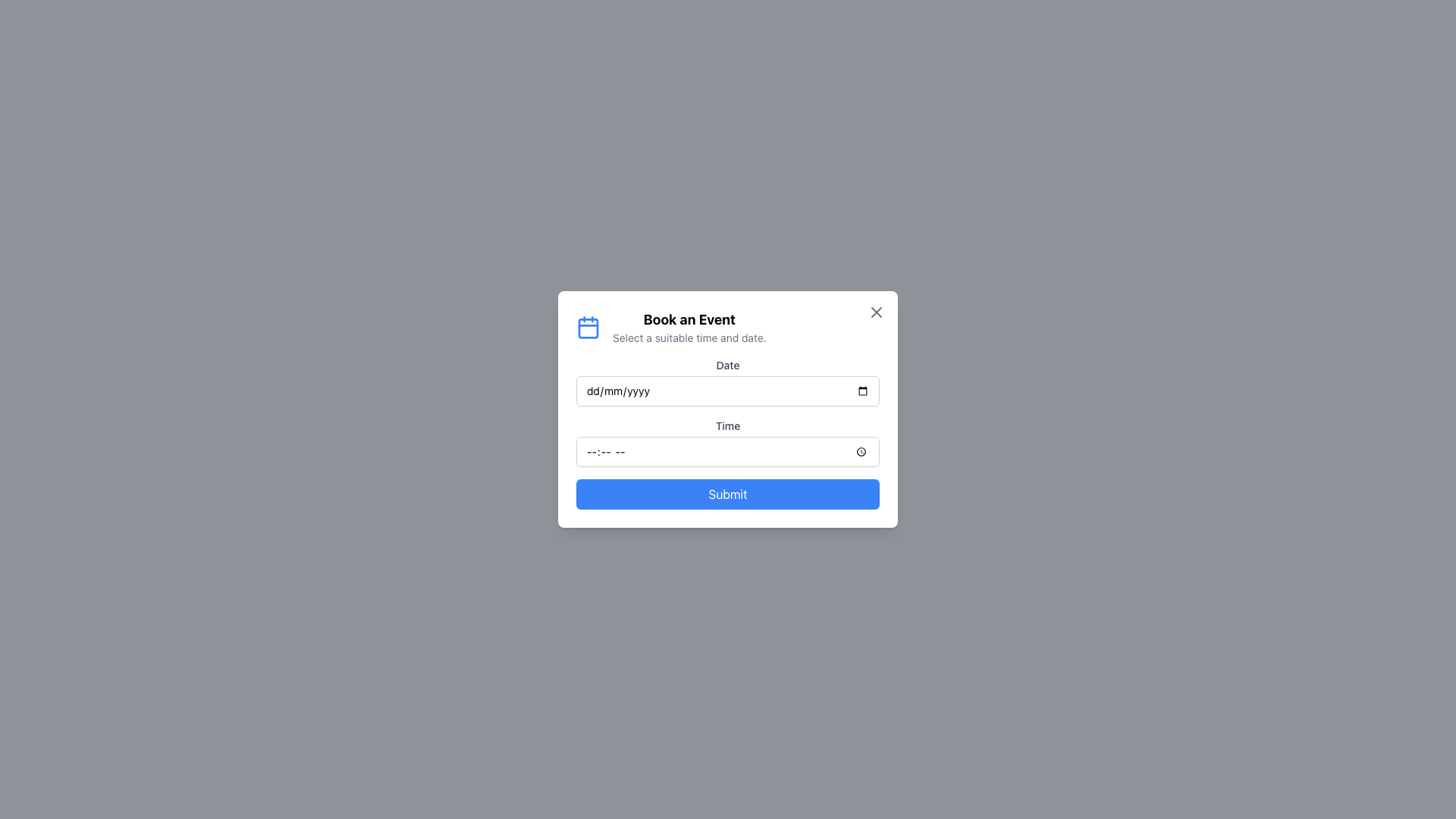  What do you see at coordinates (728, 409) in the screenshot?
I see `the date and time input fields in the modal dialog labeled 'Book an Event'` at bounding box center [728, 409].